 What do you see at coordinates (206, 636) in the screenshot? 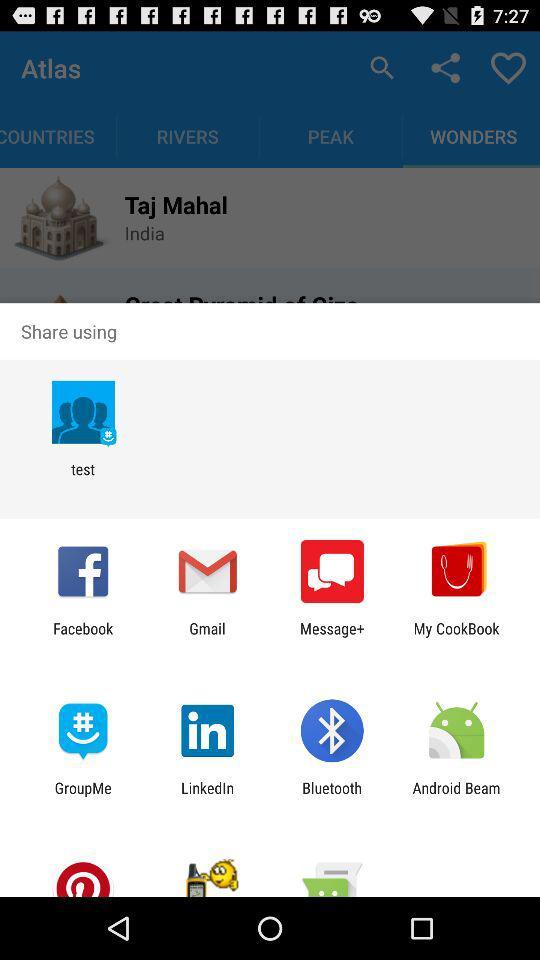
I see `the item to the left of message+ app` at bounding box center [206, 636].